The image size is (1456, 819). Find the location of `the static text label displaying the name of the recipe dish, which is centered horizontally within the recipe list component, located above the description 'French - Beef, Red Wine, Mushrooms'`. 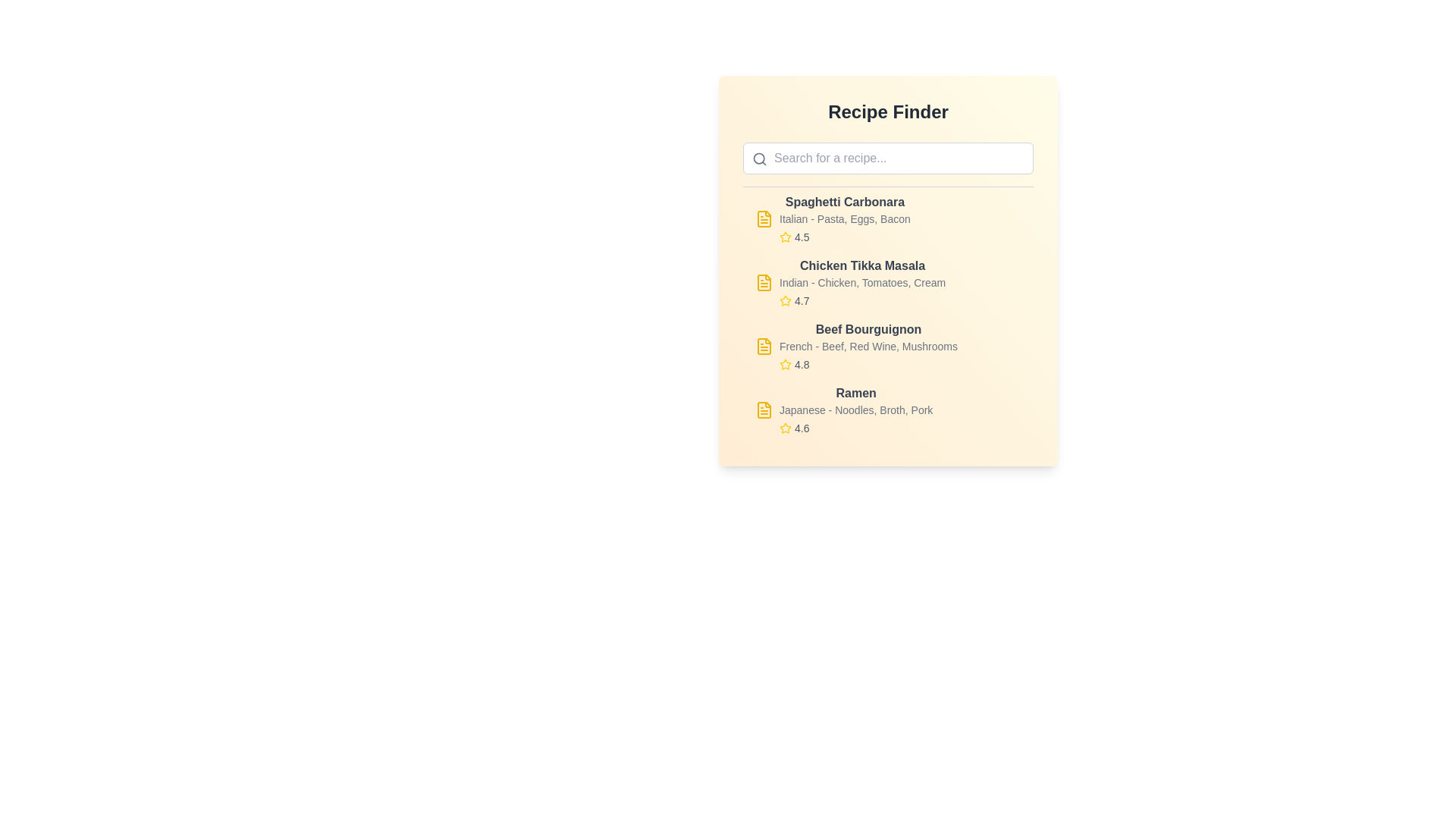

the static text label displaying the name of the recipe dish, which is centered horizontally within the recipe list component, located above the description 'French - Beef, Red Wine, Mushrooms' is located at coordinates (868, 329).